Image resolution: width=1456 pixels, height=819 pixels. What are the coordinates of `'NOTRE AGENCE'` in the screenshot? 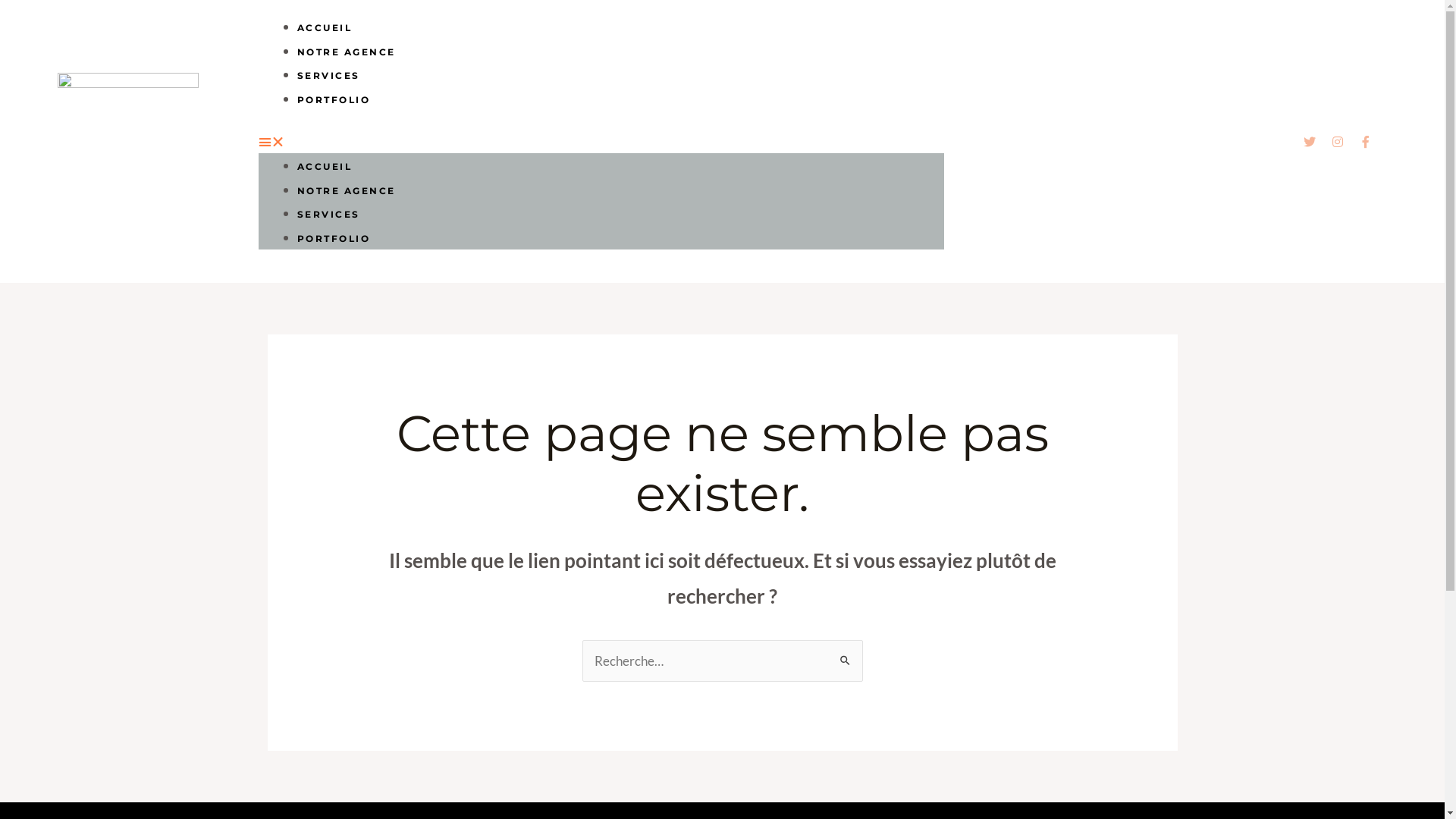 It's located at (345, 190).